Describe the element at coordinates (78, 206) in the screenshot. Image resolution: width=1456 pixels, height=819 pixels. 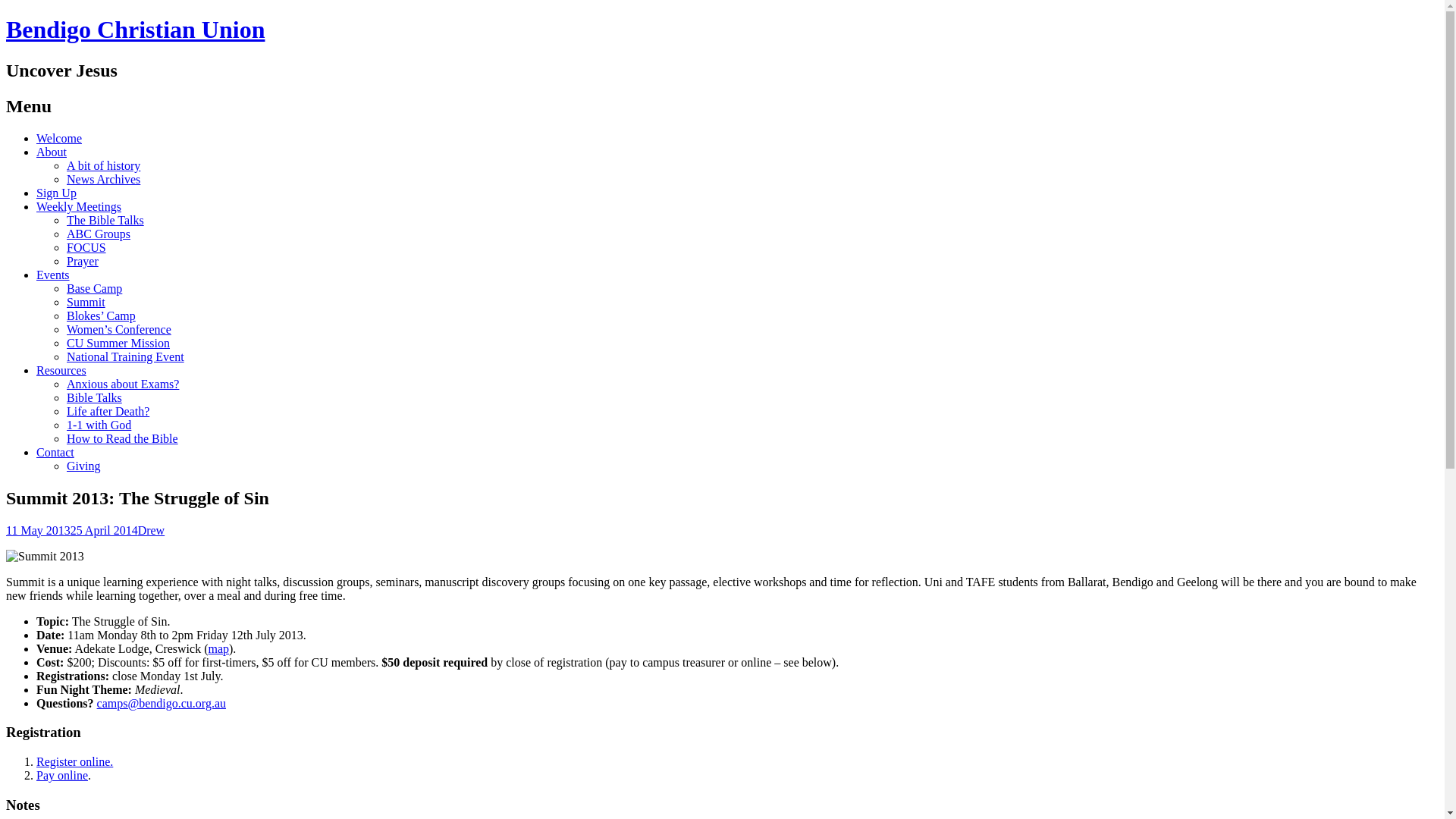
I see `'Weekly Meetings'` at that location.